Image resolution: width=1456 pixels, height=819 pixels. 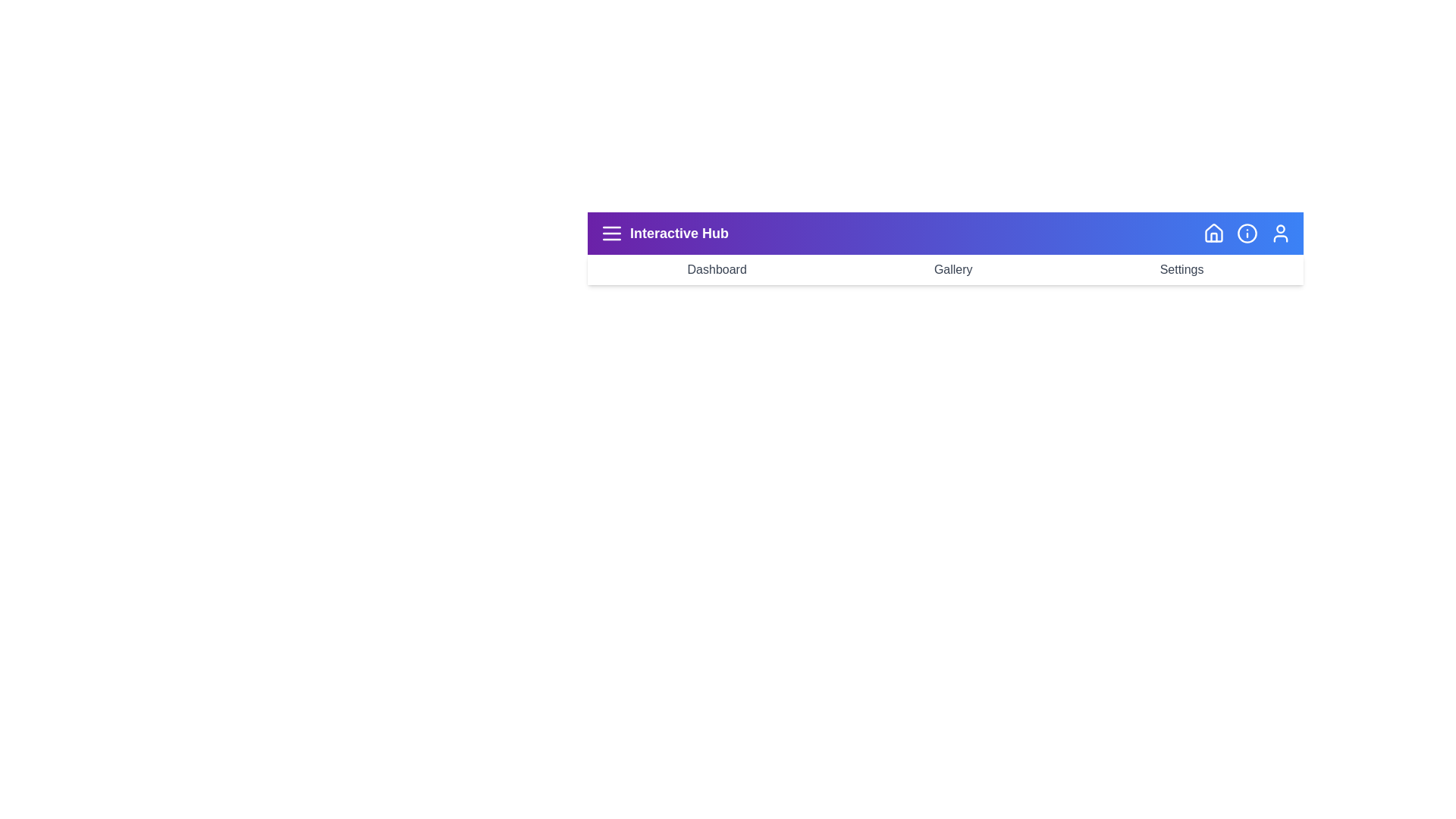 What do you see at coordinates (611, 234) in the screenshot?
I see `the menu icon to toggle the menu visibility` at bounding box center [611, 234].